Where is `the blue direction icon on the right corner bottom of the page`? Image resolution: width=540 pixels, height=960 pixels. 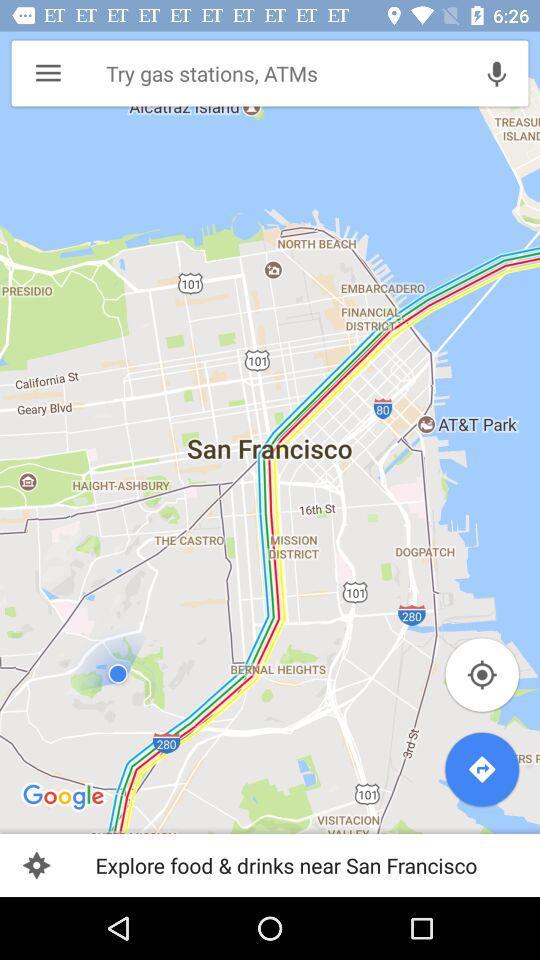
the blue direction icon on the right corner bottom of the page is located at coordinates (481, 769).